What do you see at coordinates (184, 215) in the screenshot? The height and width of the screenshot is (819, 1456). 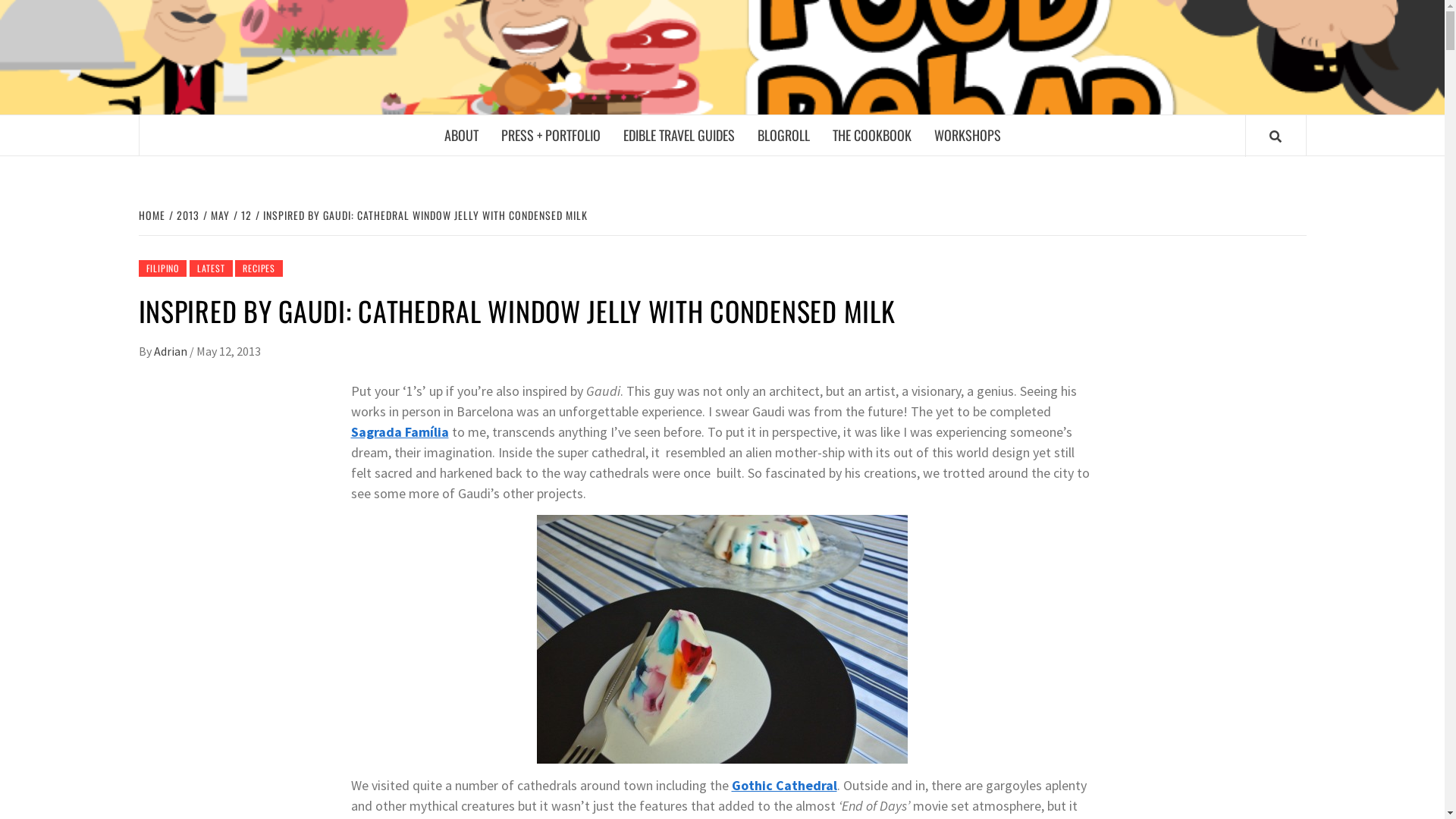 I see `'2013'` at bounding box center [184, 215].